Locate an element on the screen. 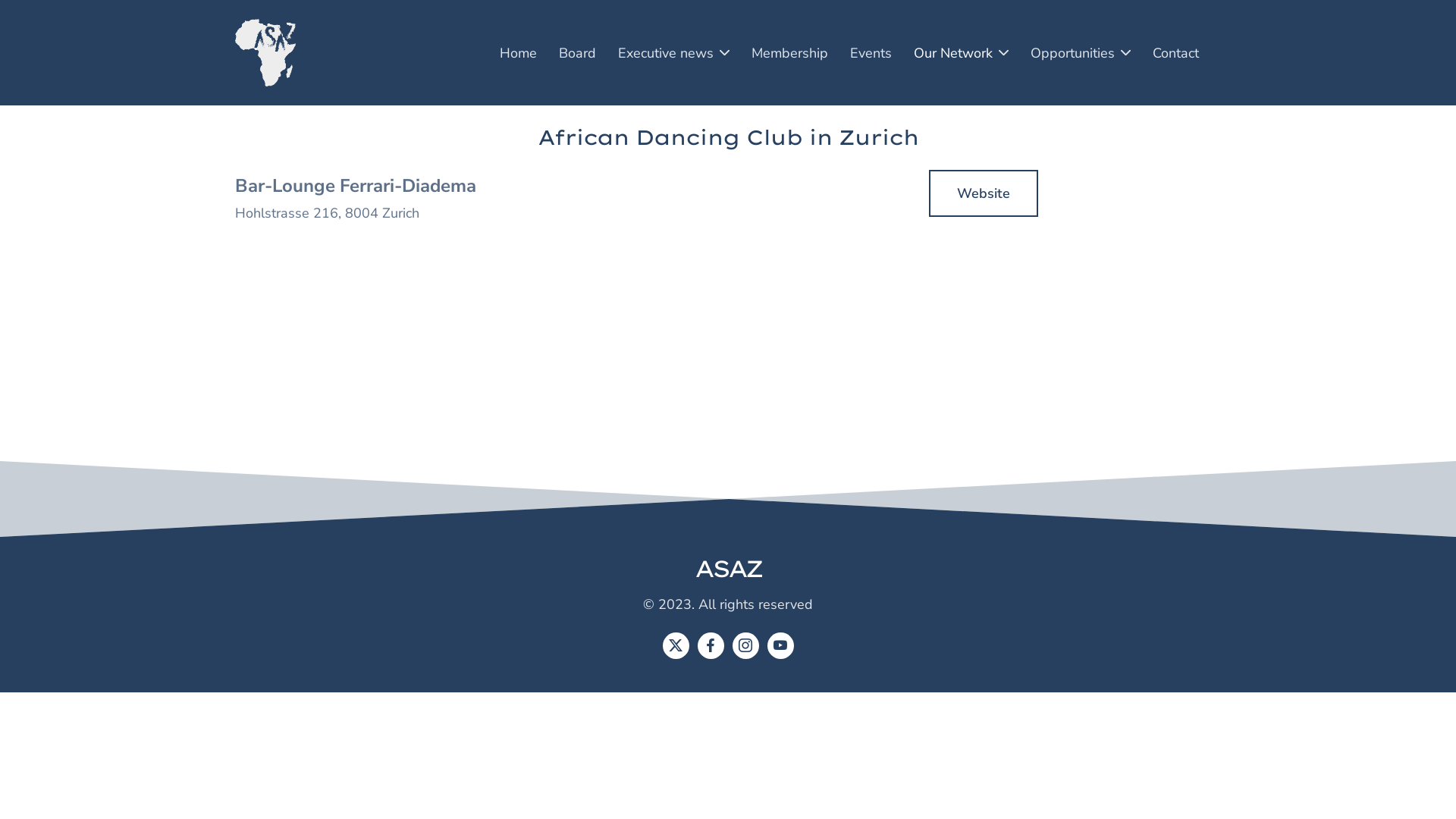  'Membership' is located at coordinates (789, 52).